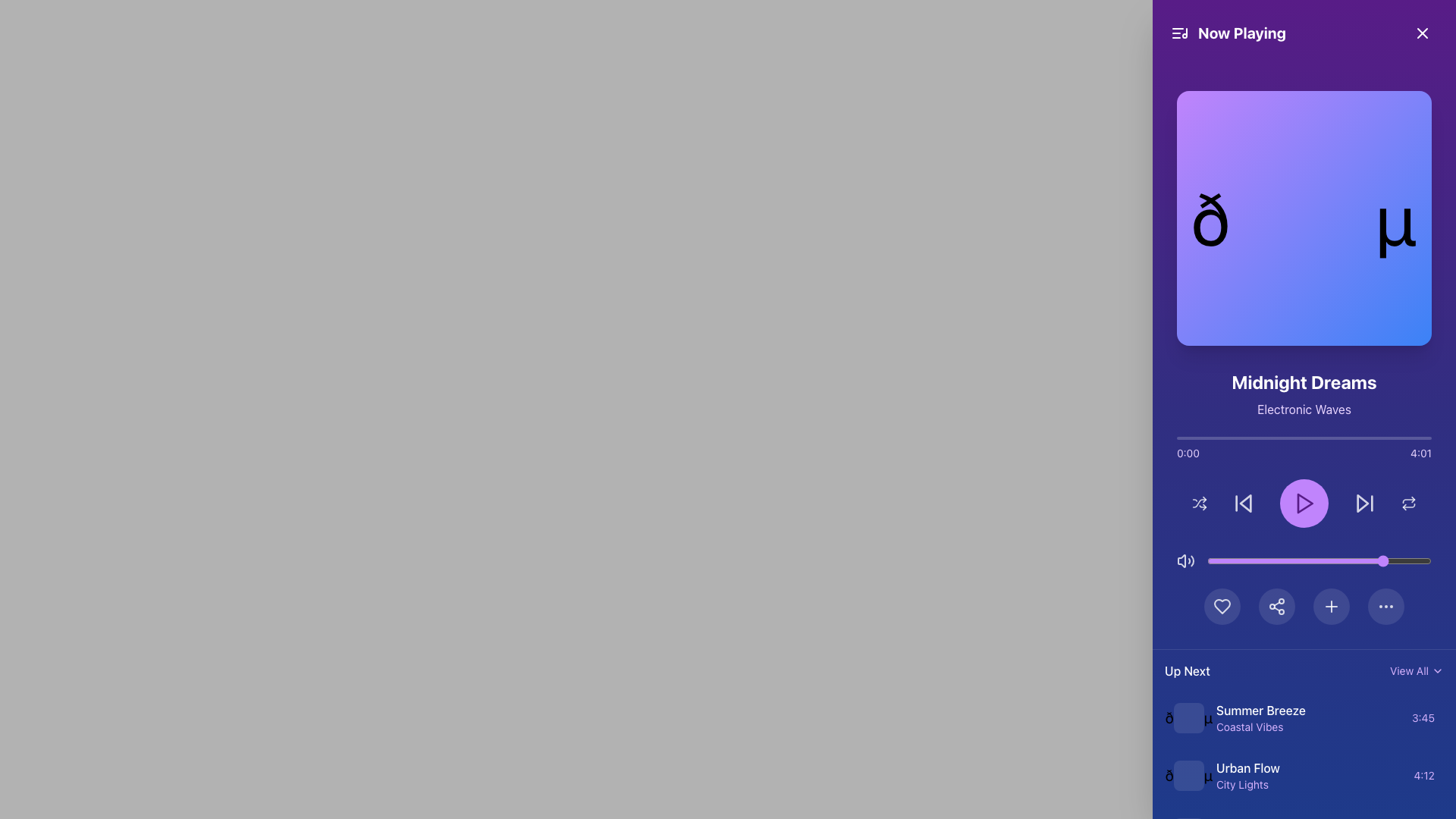  Describe the element at coordinates (1386, 605) in the screenshot. I see `the Icon Button consisting of three vertically aligned dots, located near the bottom-right of the interface, to receive a tooltip if available` at that location.